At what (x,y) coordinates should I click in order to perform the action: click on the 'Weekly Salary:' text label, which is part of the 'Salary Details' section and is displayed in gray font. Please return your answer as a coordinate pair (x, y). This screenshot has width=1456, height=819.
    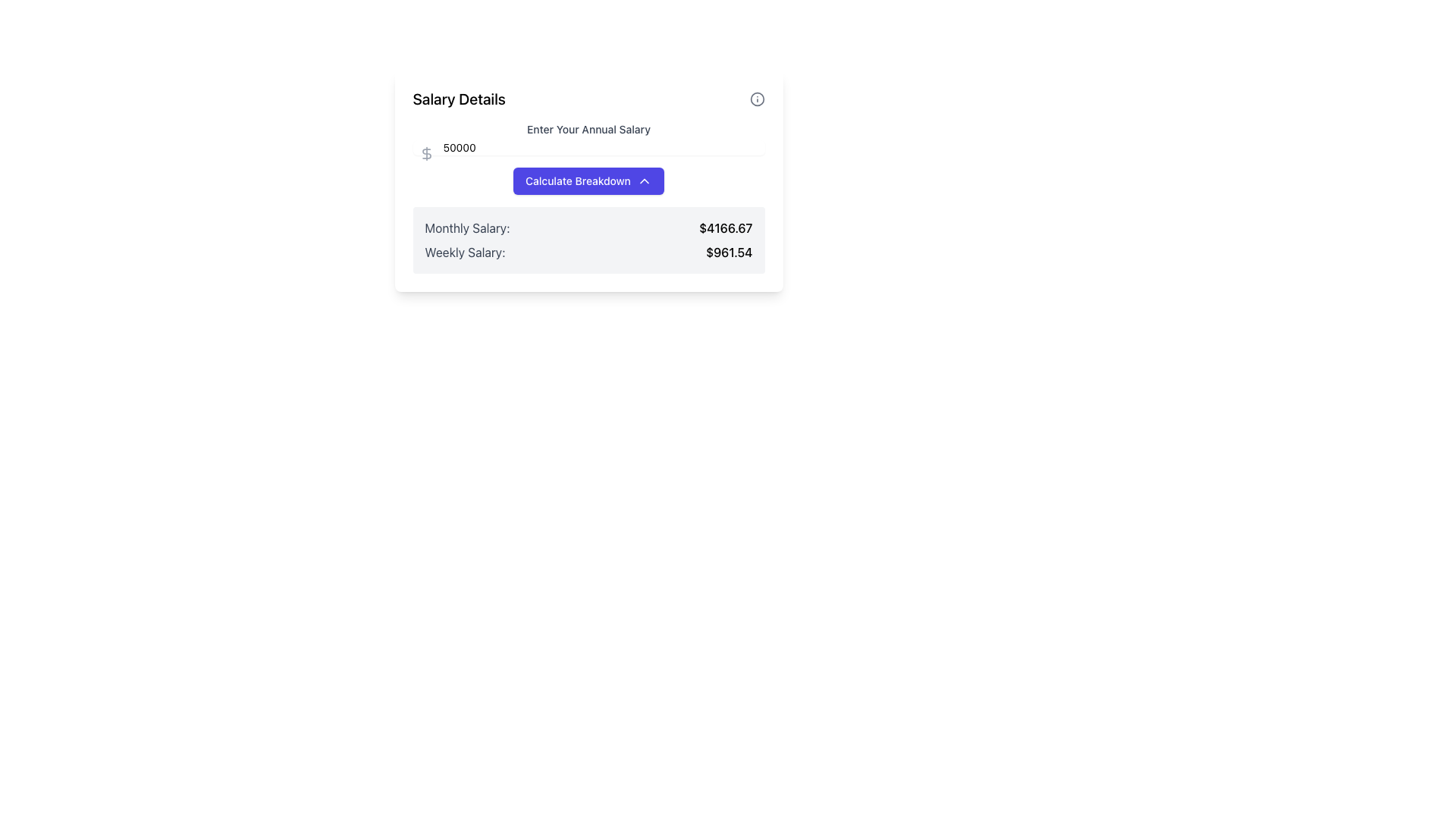
    Looking at the image, I should click on (464, 251).